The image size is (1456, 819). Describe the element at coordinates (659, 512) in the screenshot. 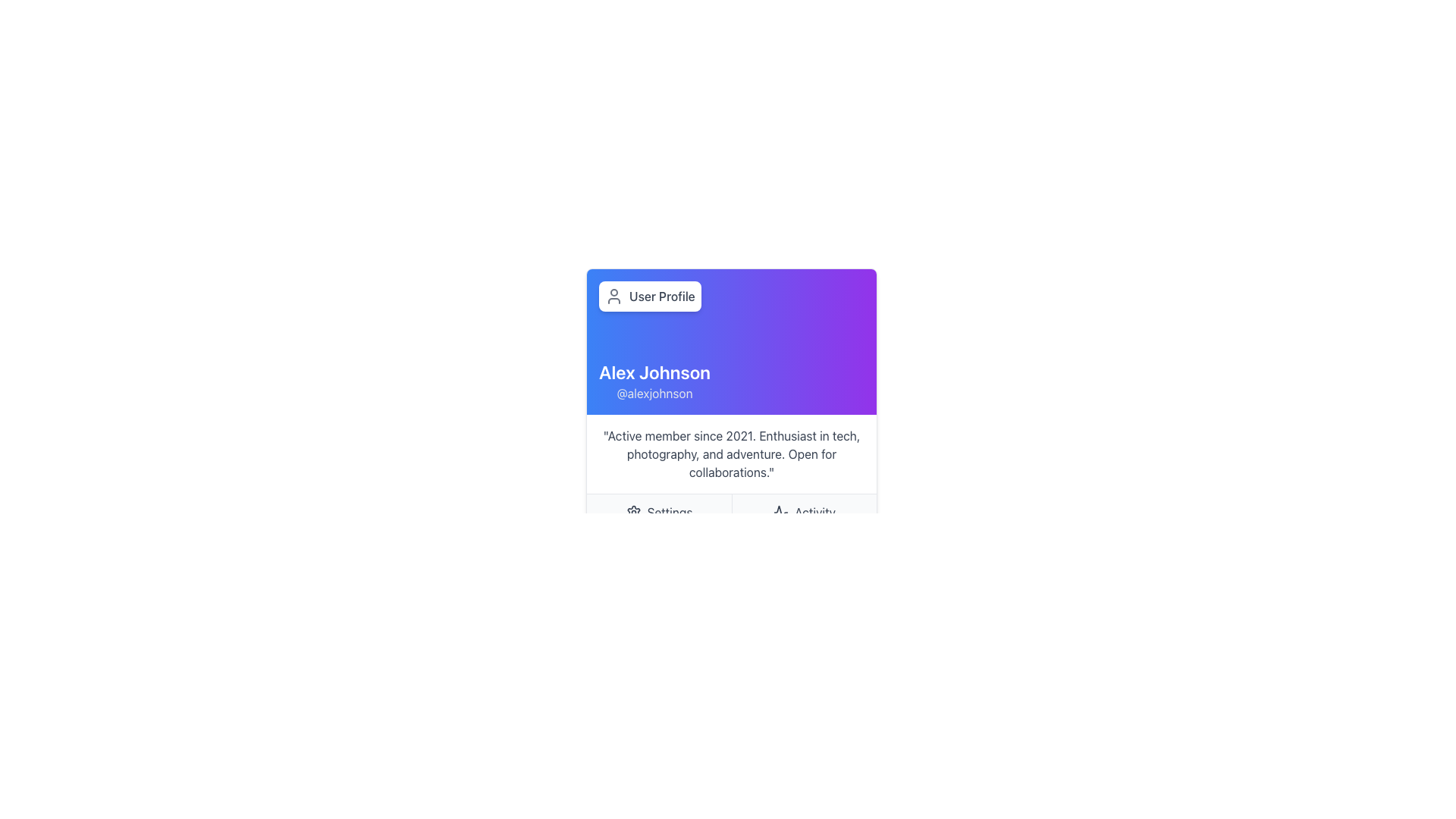

I see `the 'Settings' button, which is a text label with a gear icon, located in the lower section of the interface` at that location.